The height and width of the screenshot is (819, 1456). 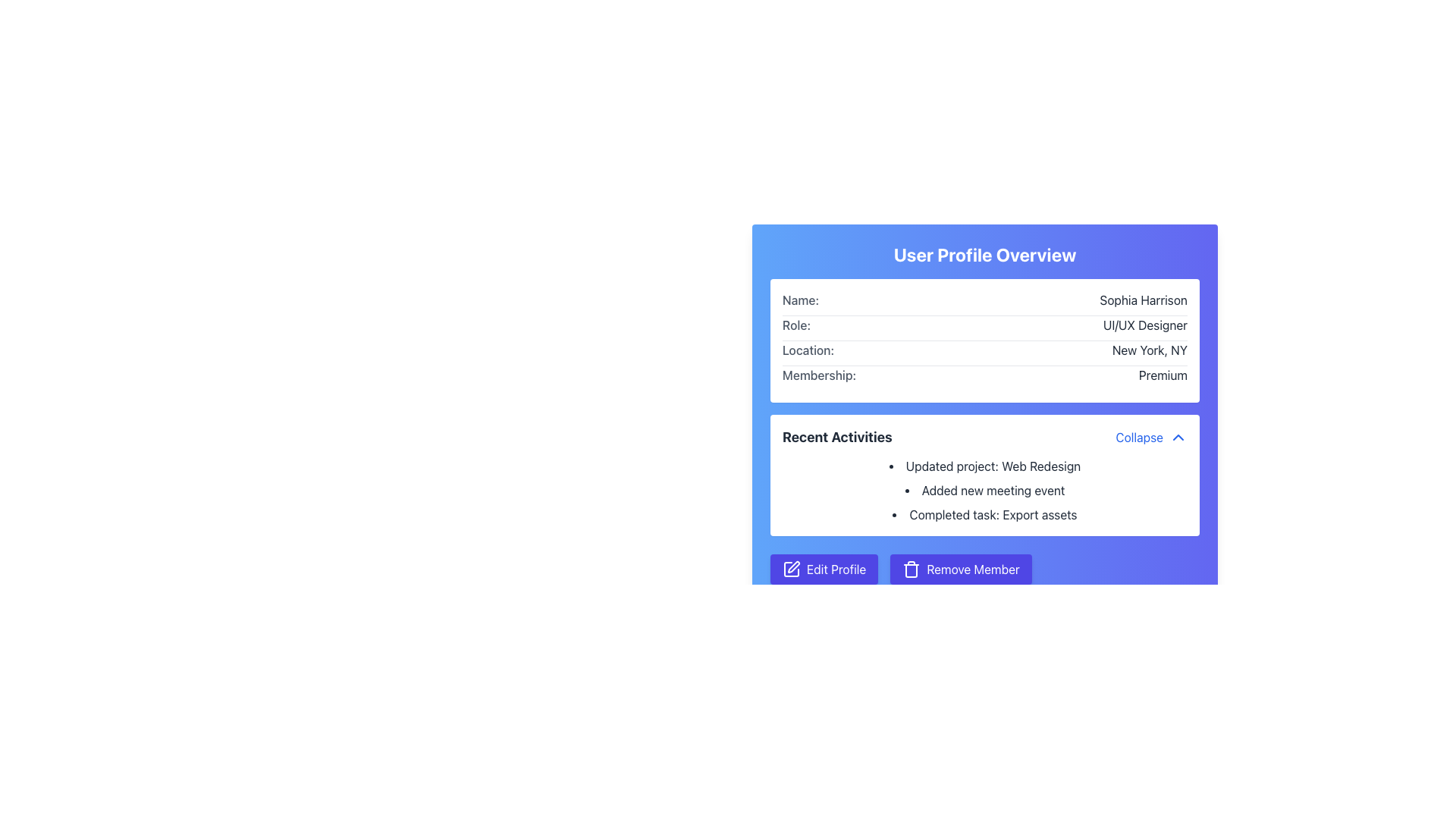 What do you see at coordinates (808, 350) in the screenshot?
I see `the text label reading 'Location:' that is styled in gray color and is positioned to the left of 'New York, NY' within the user profile overview section` at bounding box center [808, 350].